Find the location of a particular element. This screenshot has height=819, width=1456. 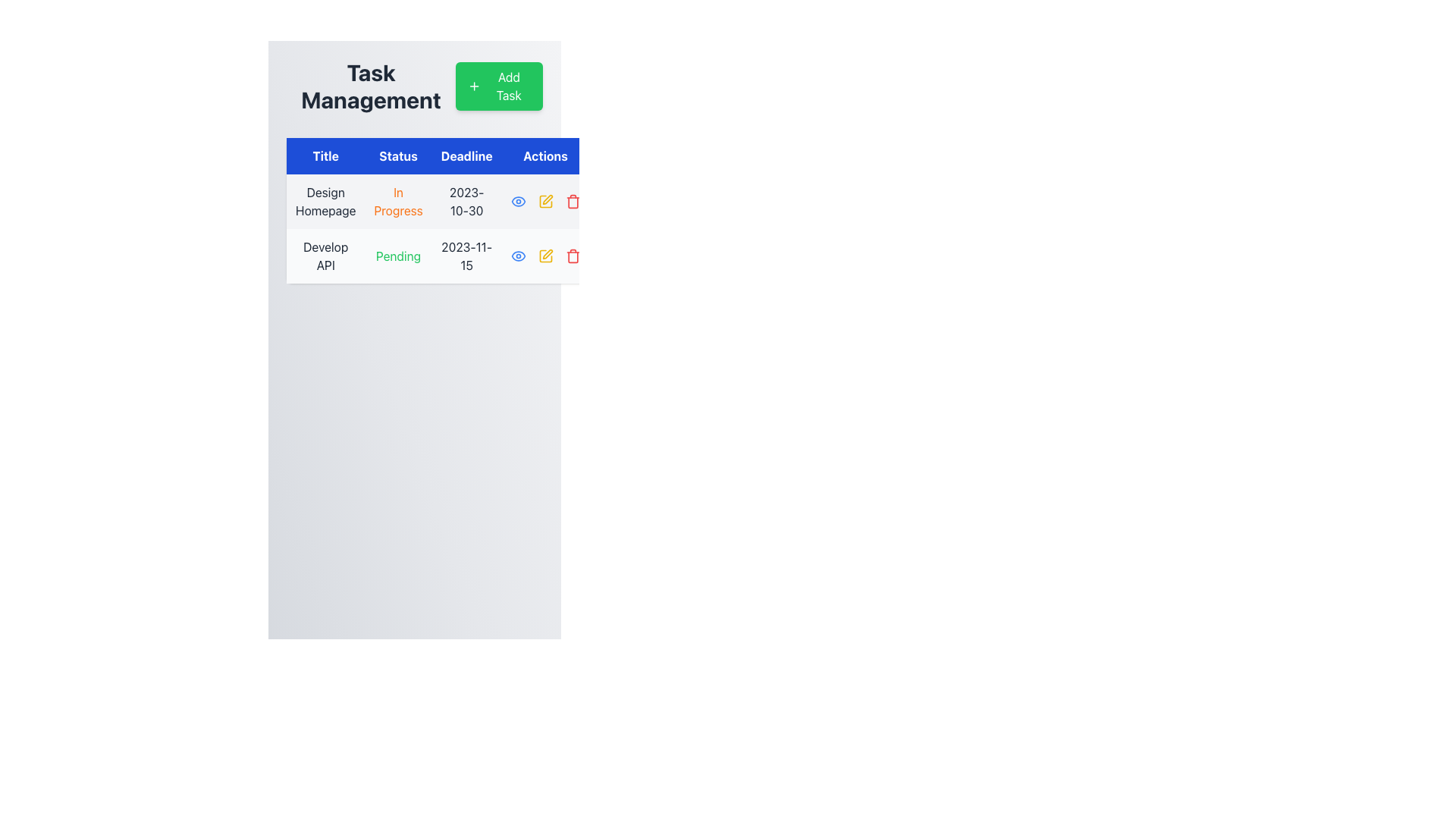

the yellow pencil icon located in the 'Actions' column of the second row to initiate edit mode is located at coordinates (545, 256).